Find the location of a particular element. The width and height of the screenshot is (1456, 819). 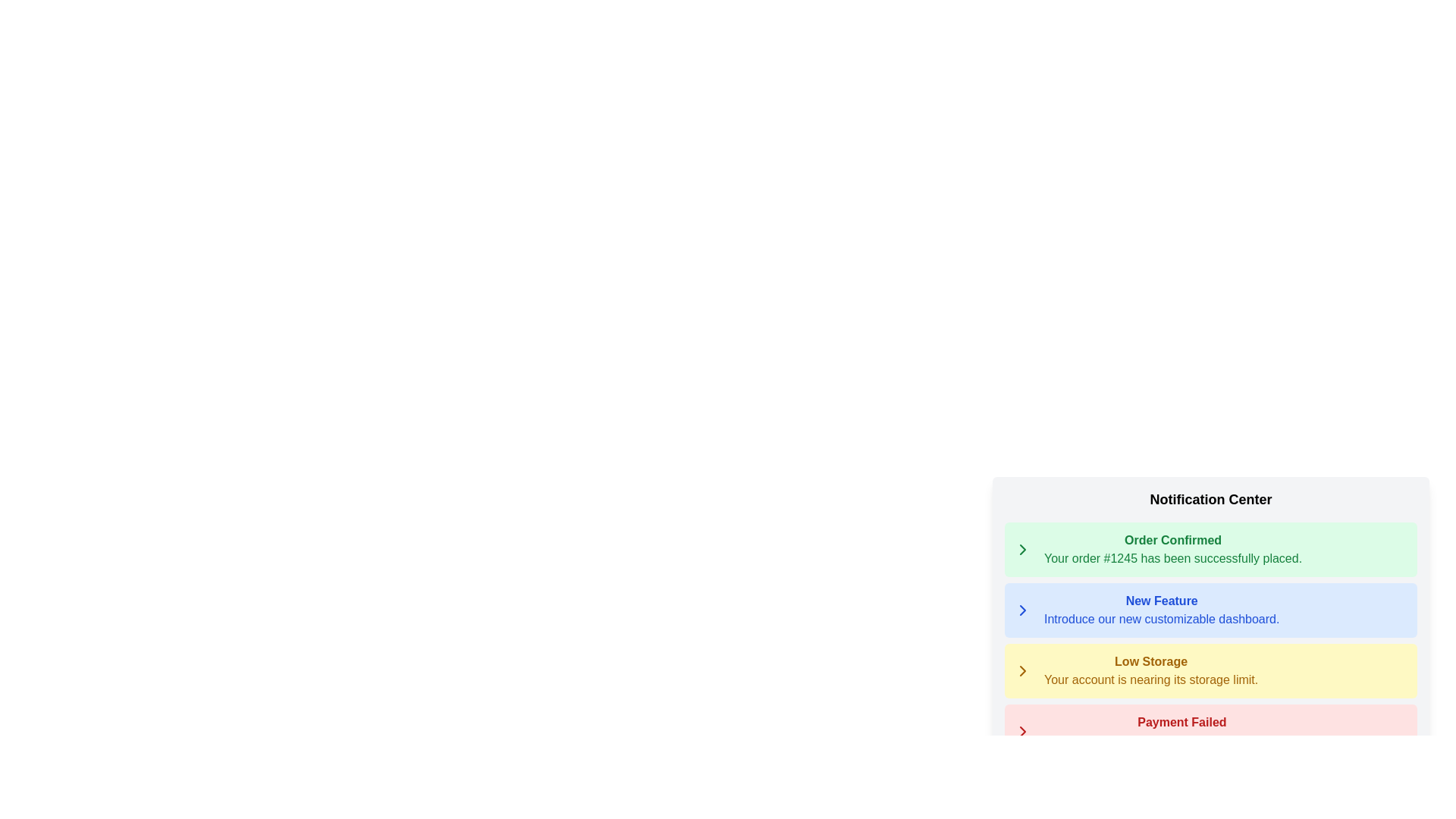

the notification indicating that order #1245 has been successfully placed, which is the top-most notification in the notification center is located at coordinates (1210, 550).